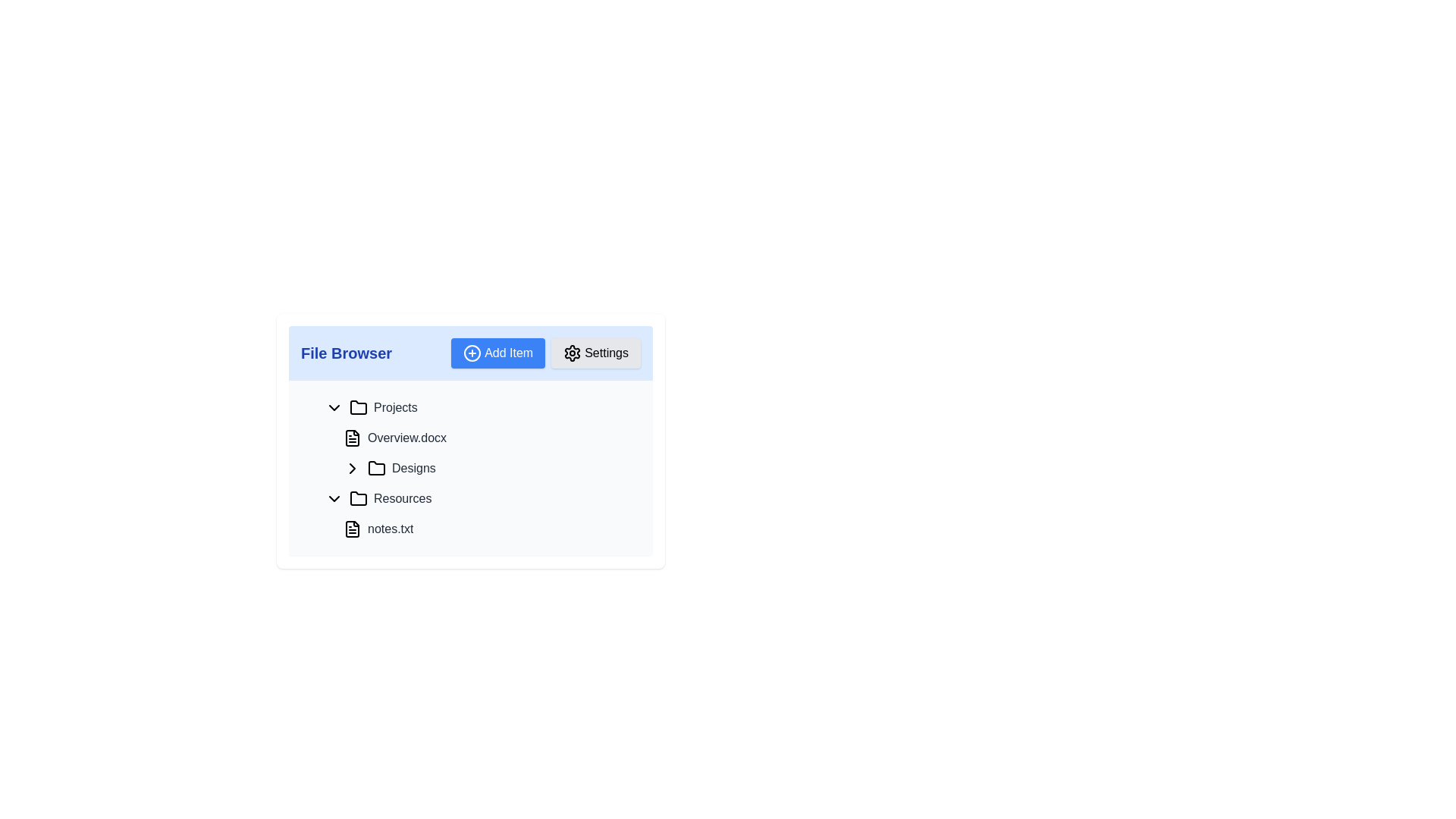 This screenshot has width=1456, height=819. Describe the element at coordinates (479, 513) in the screenshot. I see `the list item representing the file named 'notes.txt', which is the second item under the expanded Resource folder in the hierarchical file browser` at that location.